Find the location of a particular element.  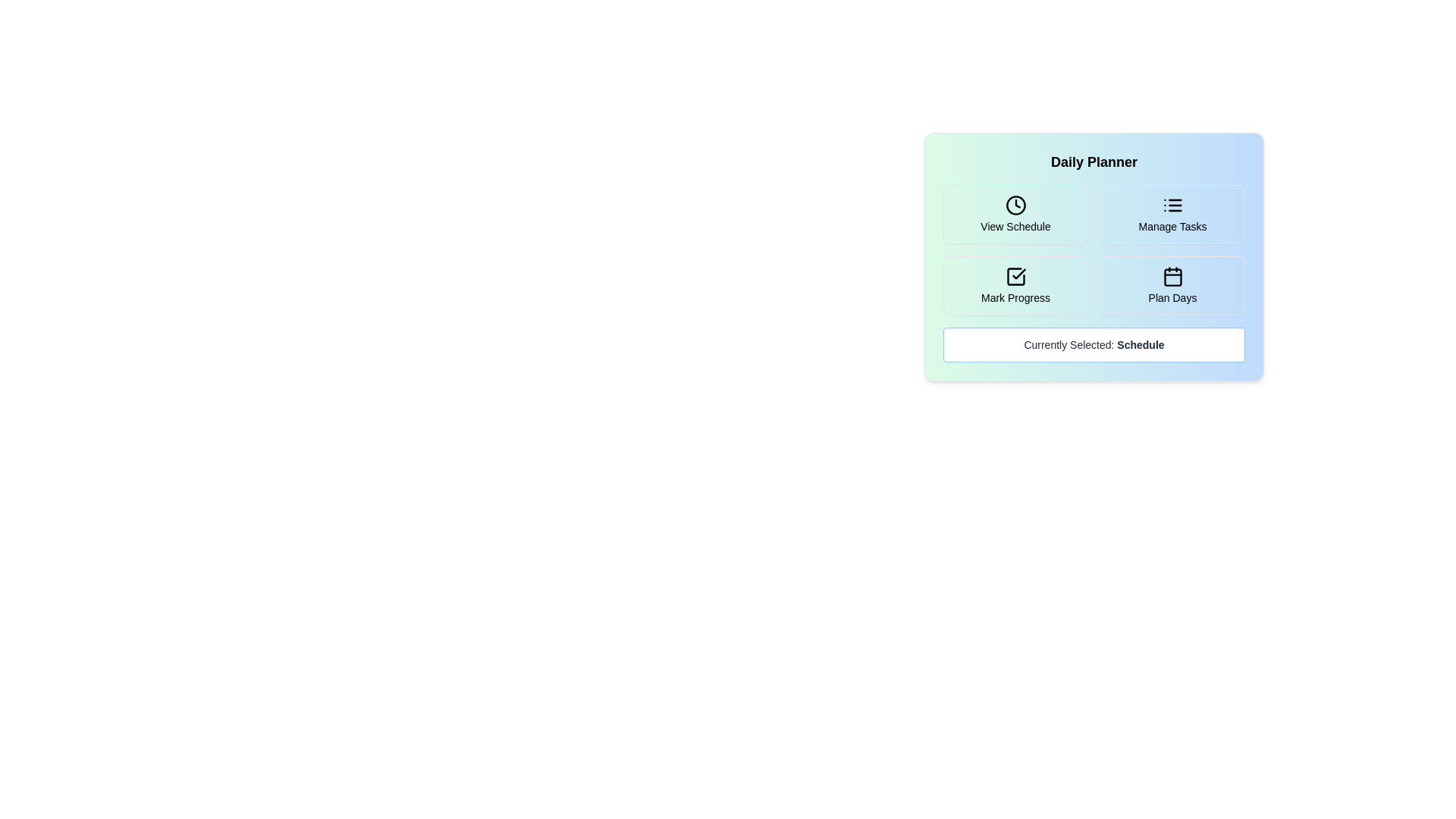

the button corresponding to the activity Manage Tasks is located at coordinates (1172, 214).